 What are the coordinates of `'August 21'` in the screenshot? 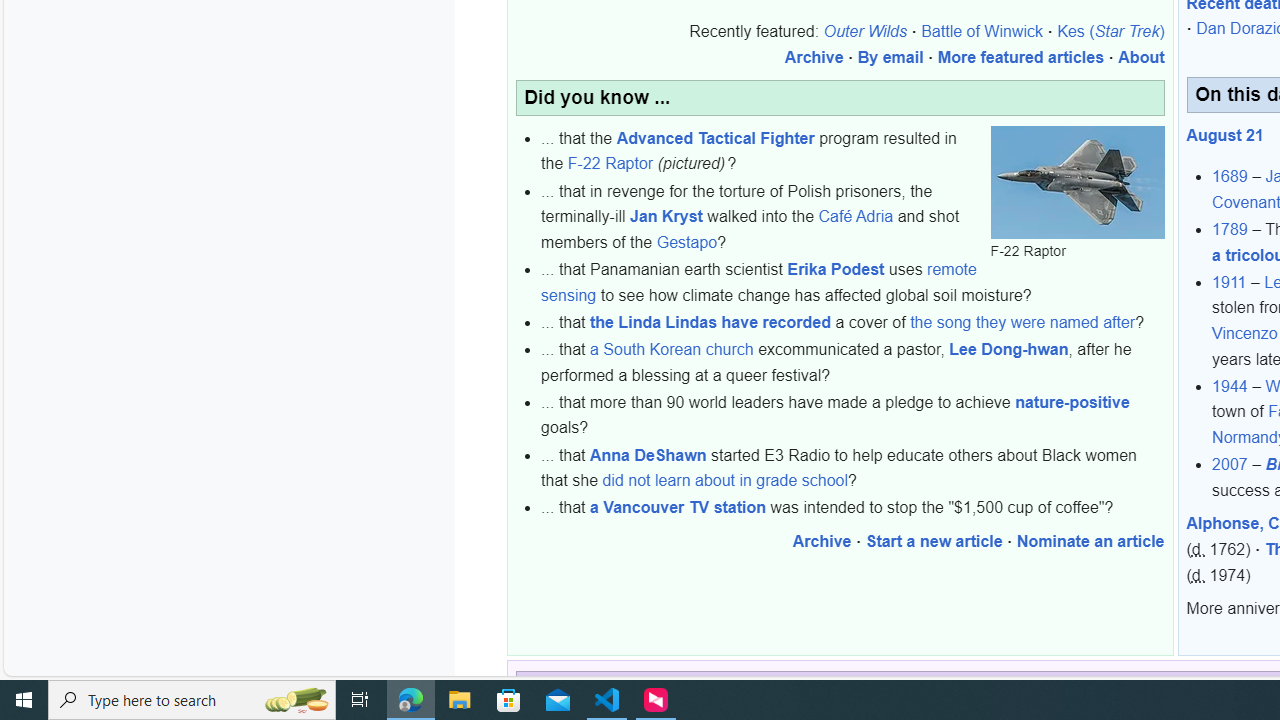 It's located at (1224, 135).